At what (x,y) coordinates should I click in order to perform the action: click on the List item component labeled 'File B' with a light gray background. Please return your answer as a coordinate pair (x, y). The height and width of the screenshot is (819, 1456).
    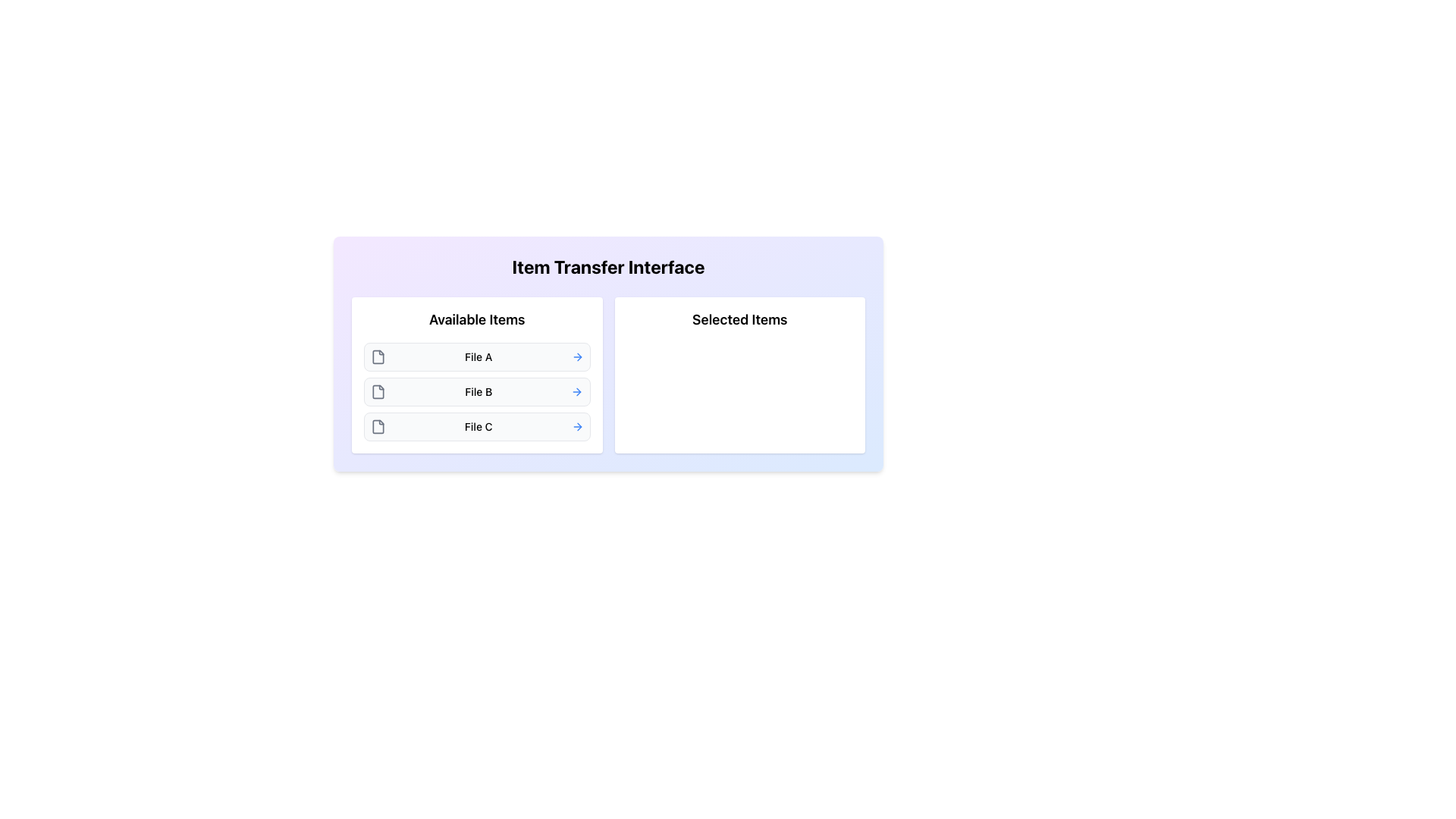
    Looking at the image, I should click on (476, 391).